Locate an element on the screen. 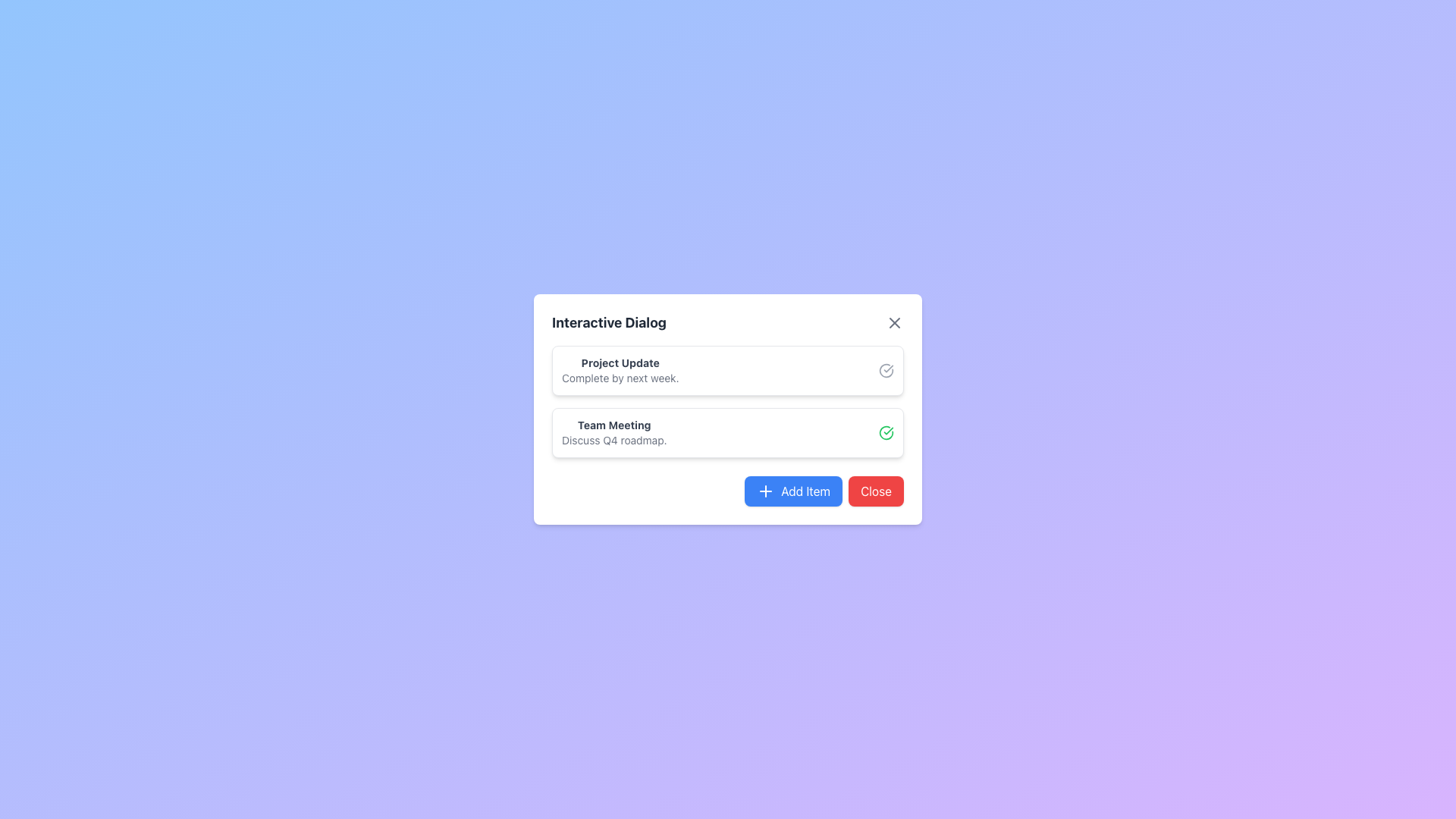 This screenshot has height=819, width=1456. the text label that serves as the title for the second section of the dialog box, positioned above the smaller text 'Discuss Q4 roadmap.' is located at coordinates (614, 425).